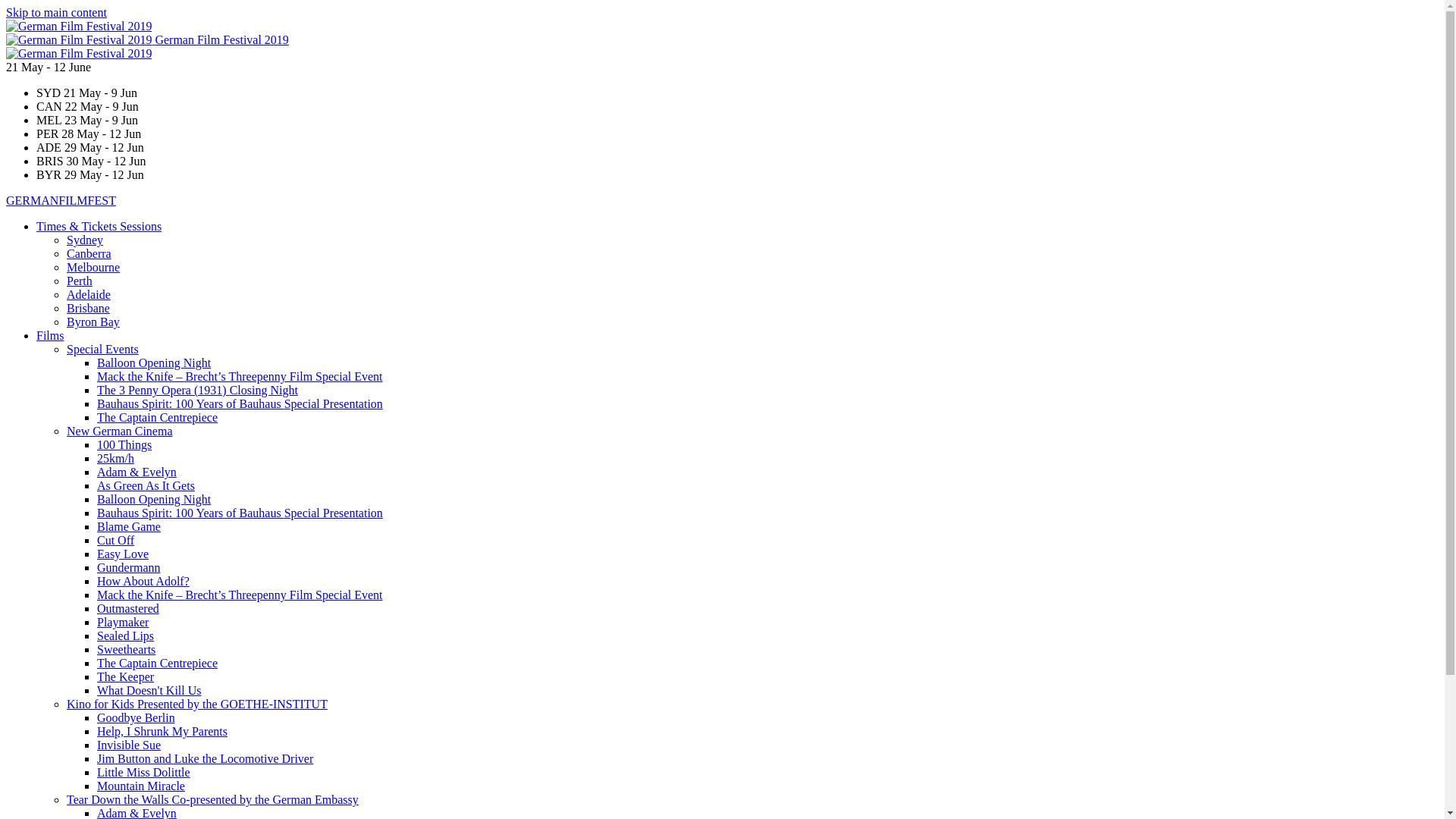  What do you see at coordinates (157, 417) in the screenshot?
I see `'The Captain Centrepiece'` at bounding box center [157, 417].